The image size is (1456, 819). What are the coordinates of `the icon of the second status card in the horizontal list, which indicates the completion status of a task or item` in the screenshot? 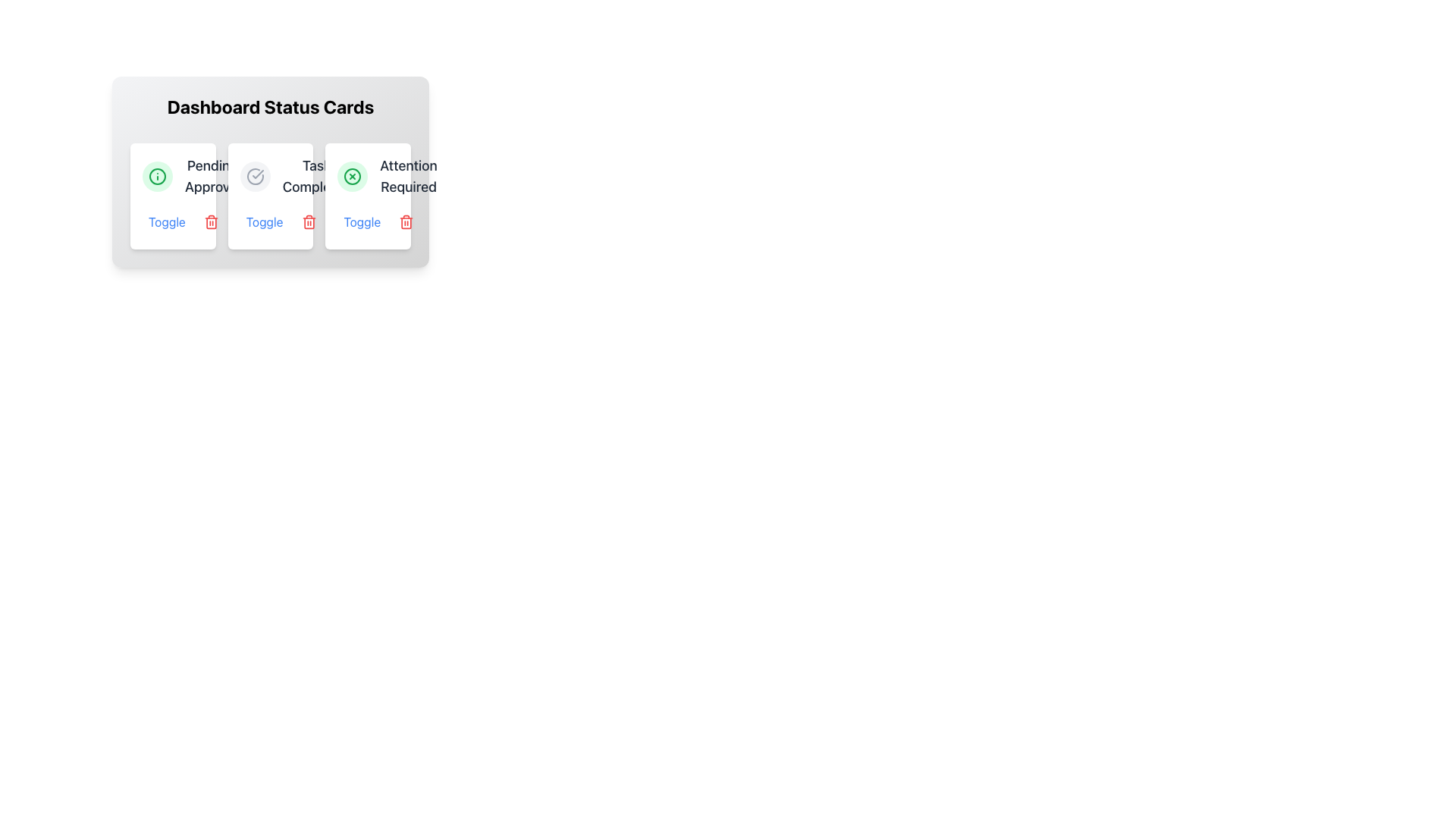 It's located at (270, 175).